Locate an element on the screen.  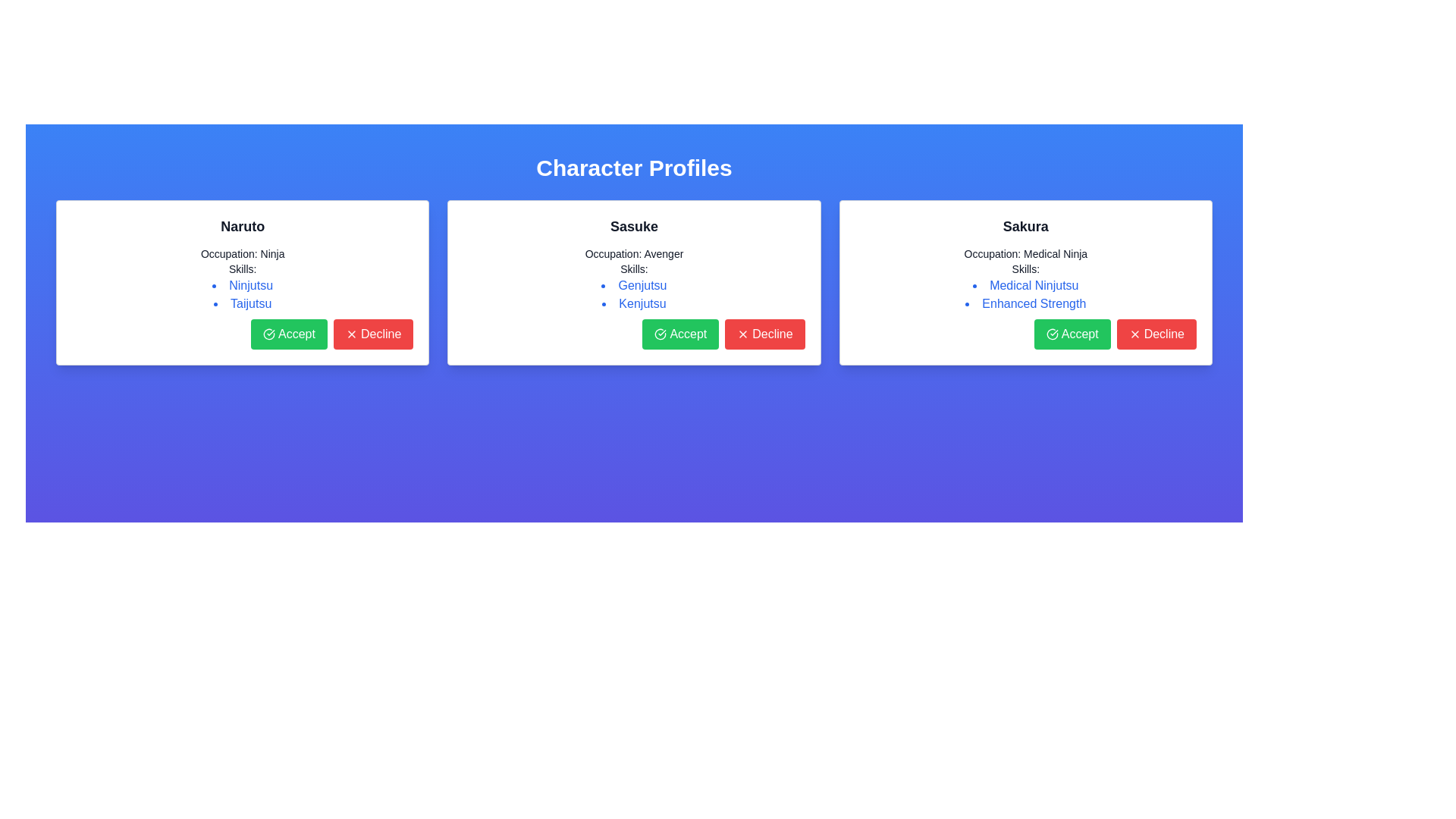
the static text label displaying 'Ninjutsu' in the skills list of Naruto's profile card, positioned above 'Taijutsu' is located at coordinates (243, 286).